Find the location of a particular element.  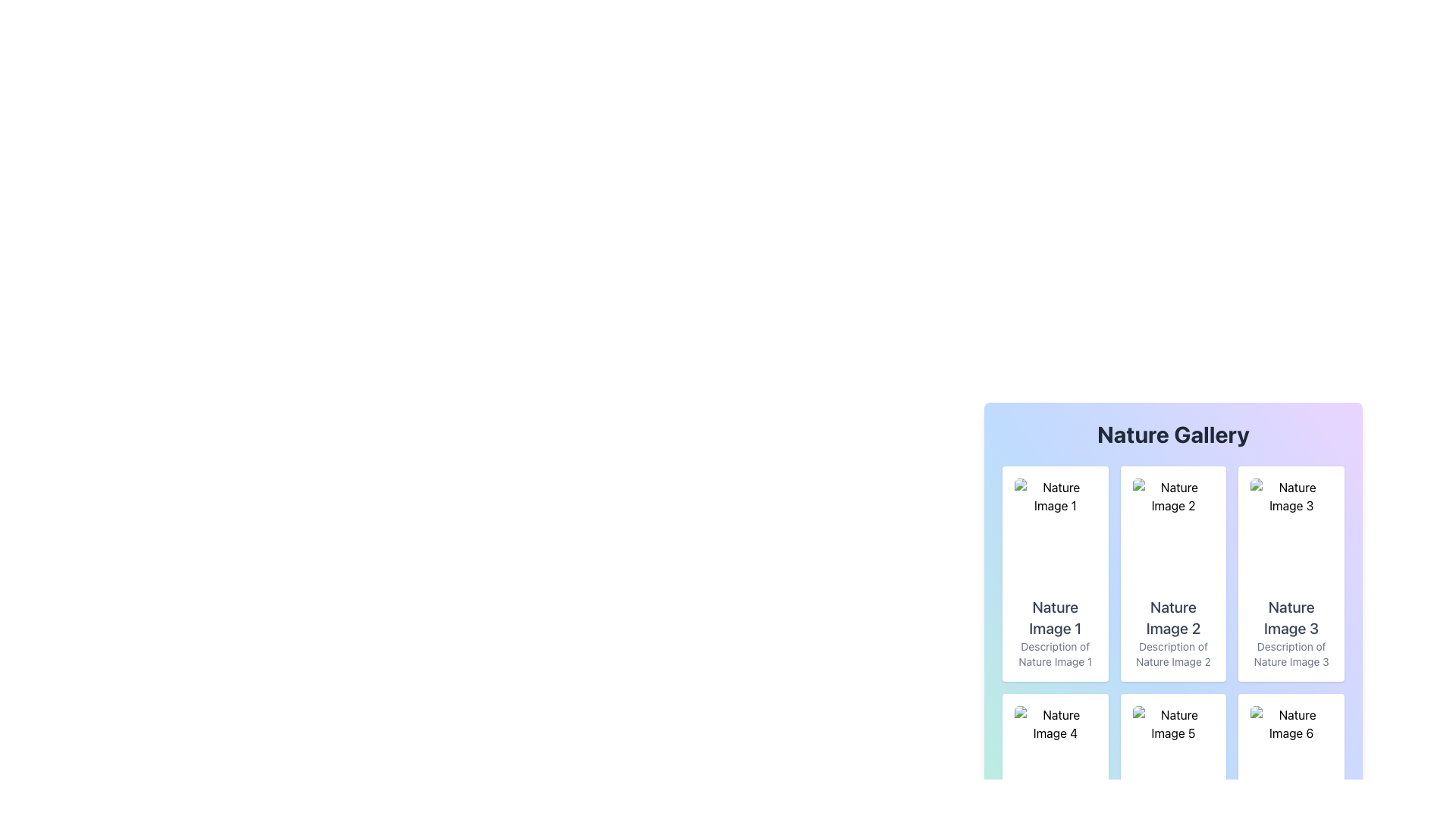

the 'Nature Image 3' card is located at coordinates (1291, 573).